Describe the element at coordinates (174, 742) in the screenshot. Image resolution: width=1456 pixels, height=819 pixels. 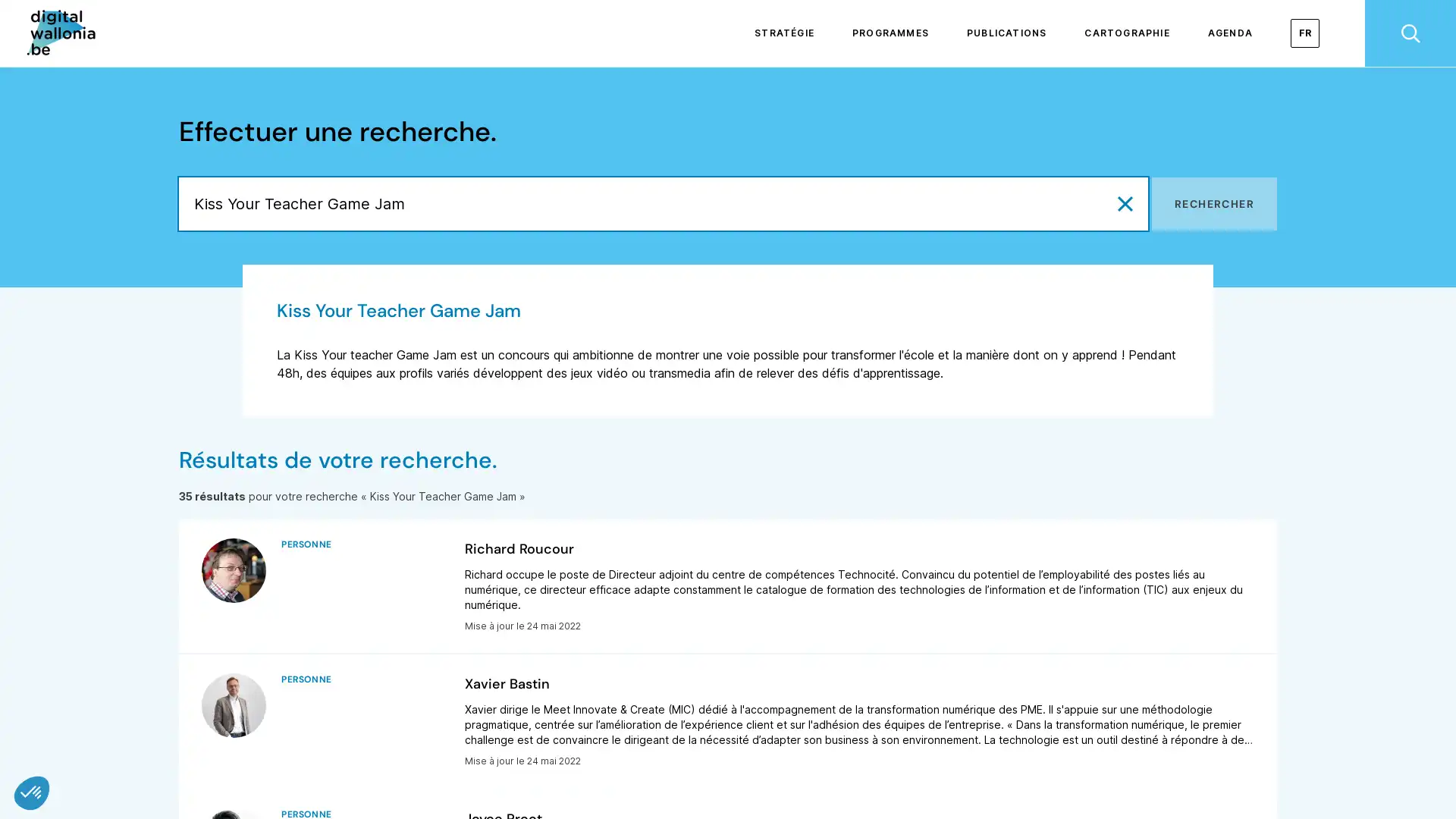
I see `Je choisis` at that location.